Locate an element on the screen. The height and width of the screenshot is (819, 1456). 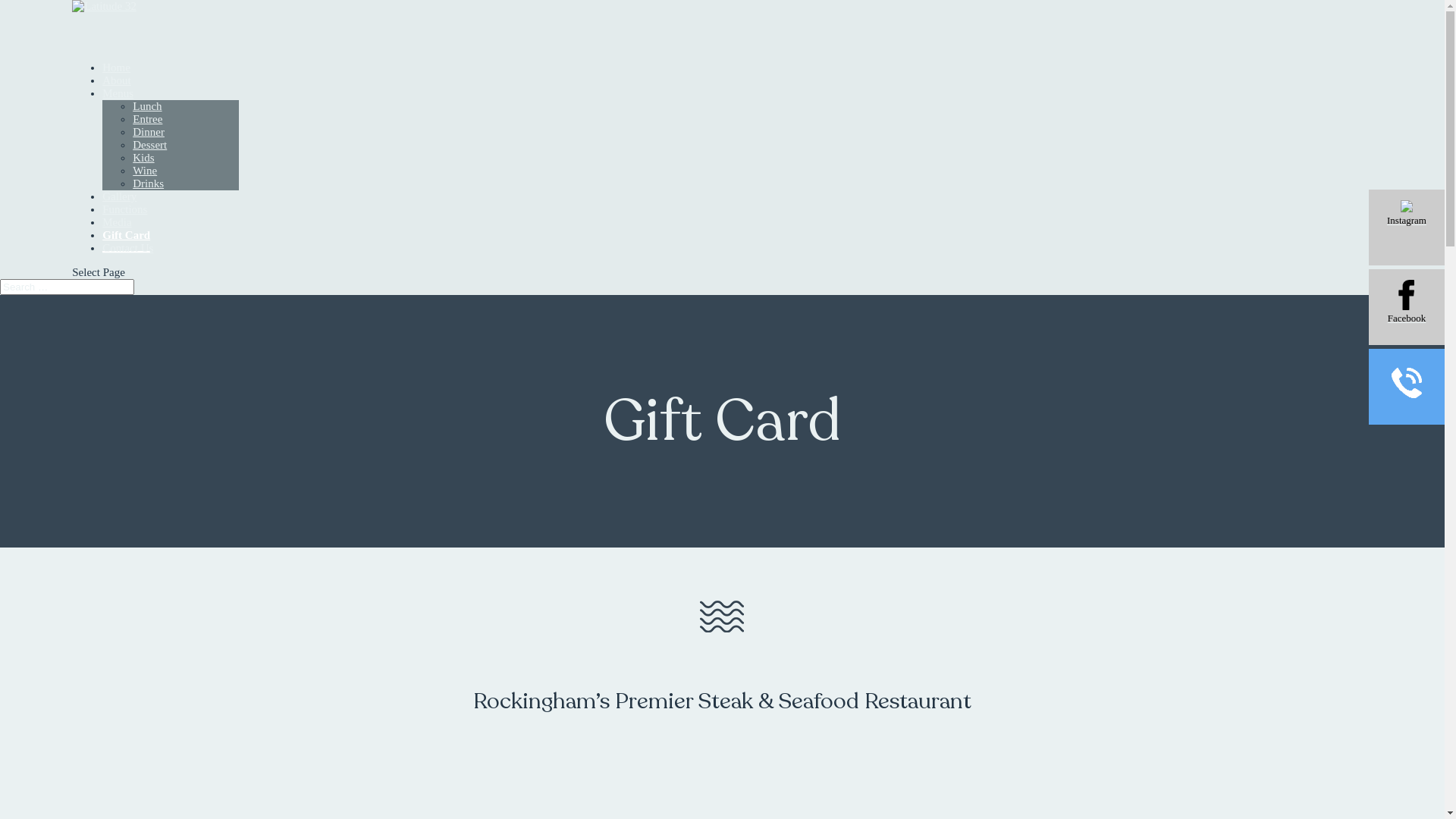
'Home' is located at coordinates (115, 86).